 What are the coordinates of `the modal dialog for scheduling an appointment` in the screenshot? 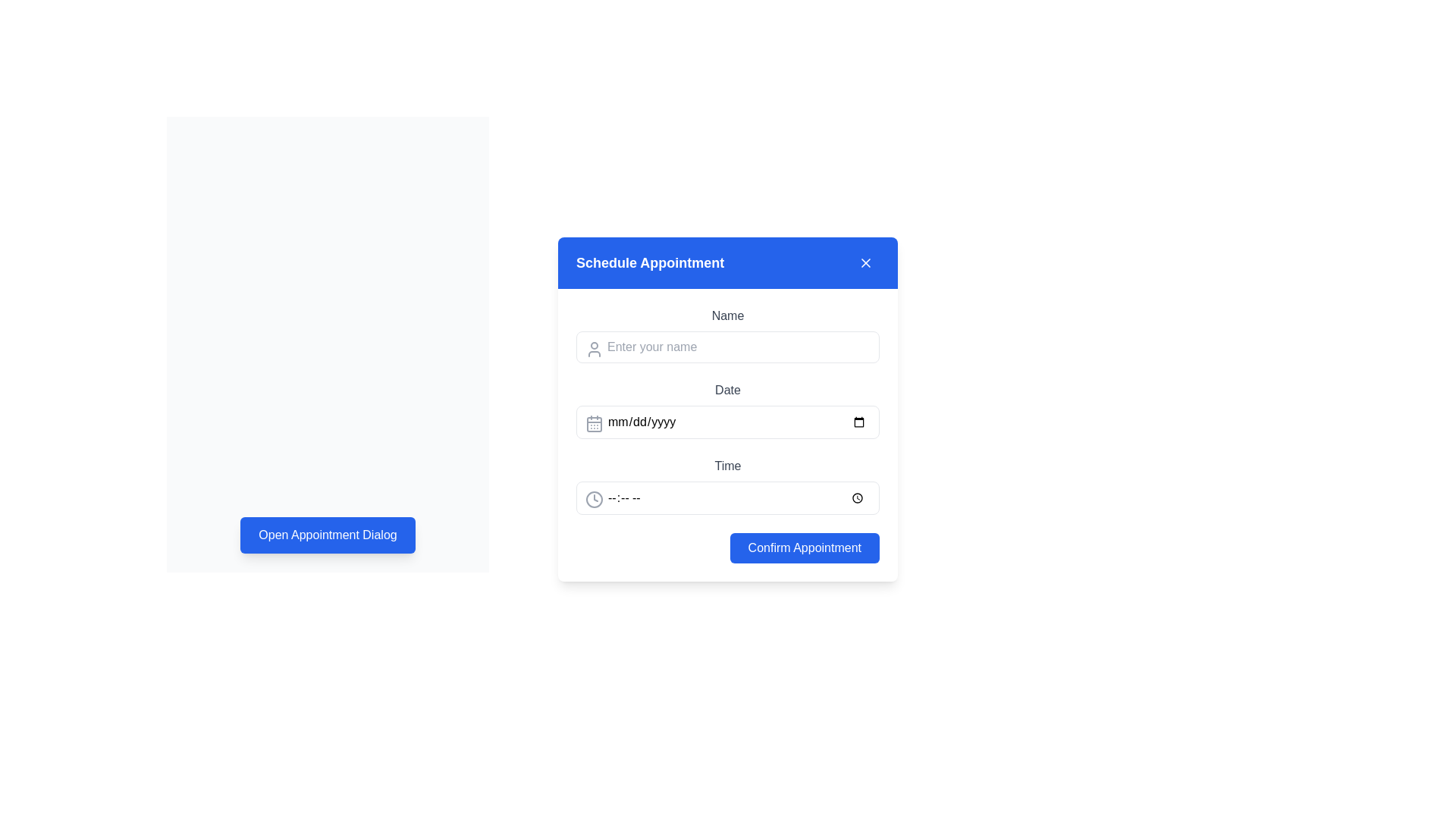 It's located at (728, 409).